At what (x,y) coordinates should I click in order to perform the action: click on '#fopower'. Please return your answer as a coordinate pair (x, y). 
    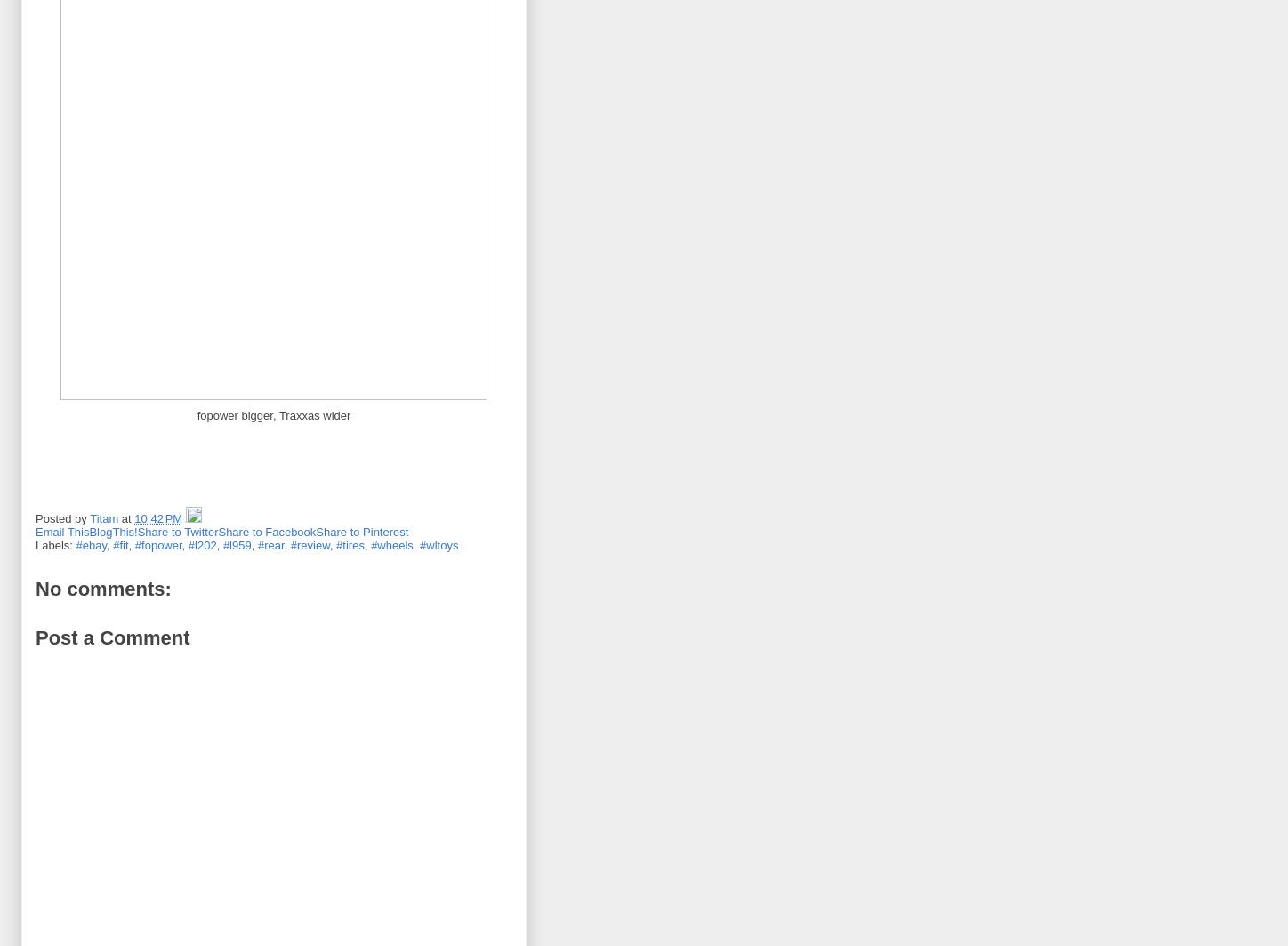
    Looking at the image, I should click on (157, 544).